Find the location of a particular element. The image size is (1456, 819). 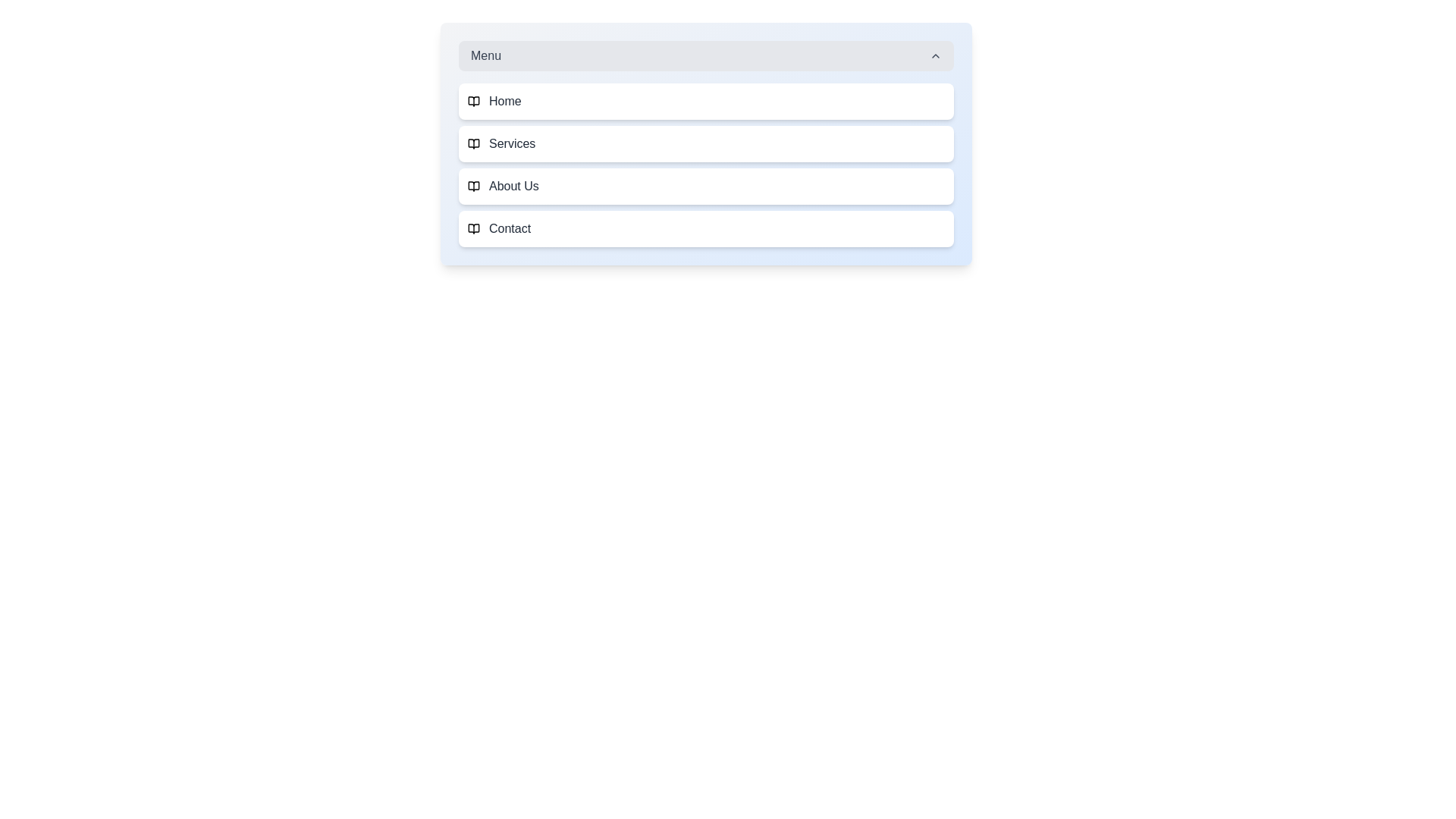

text content of the 'Services' label, which is styled in medium-sized dark gray font and positioned second in the menu list is located at coordinates (512, 143).